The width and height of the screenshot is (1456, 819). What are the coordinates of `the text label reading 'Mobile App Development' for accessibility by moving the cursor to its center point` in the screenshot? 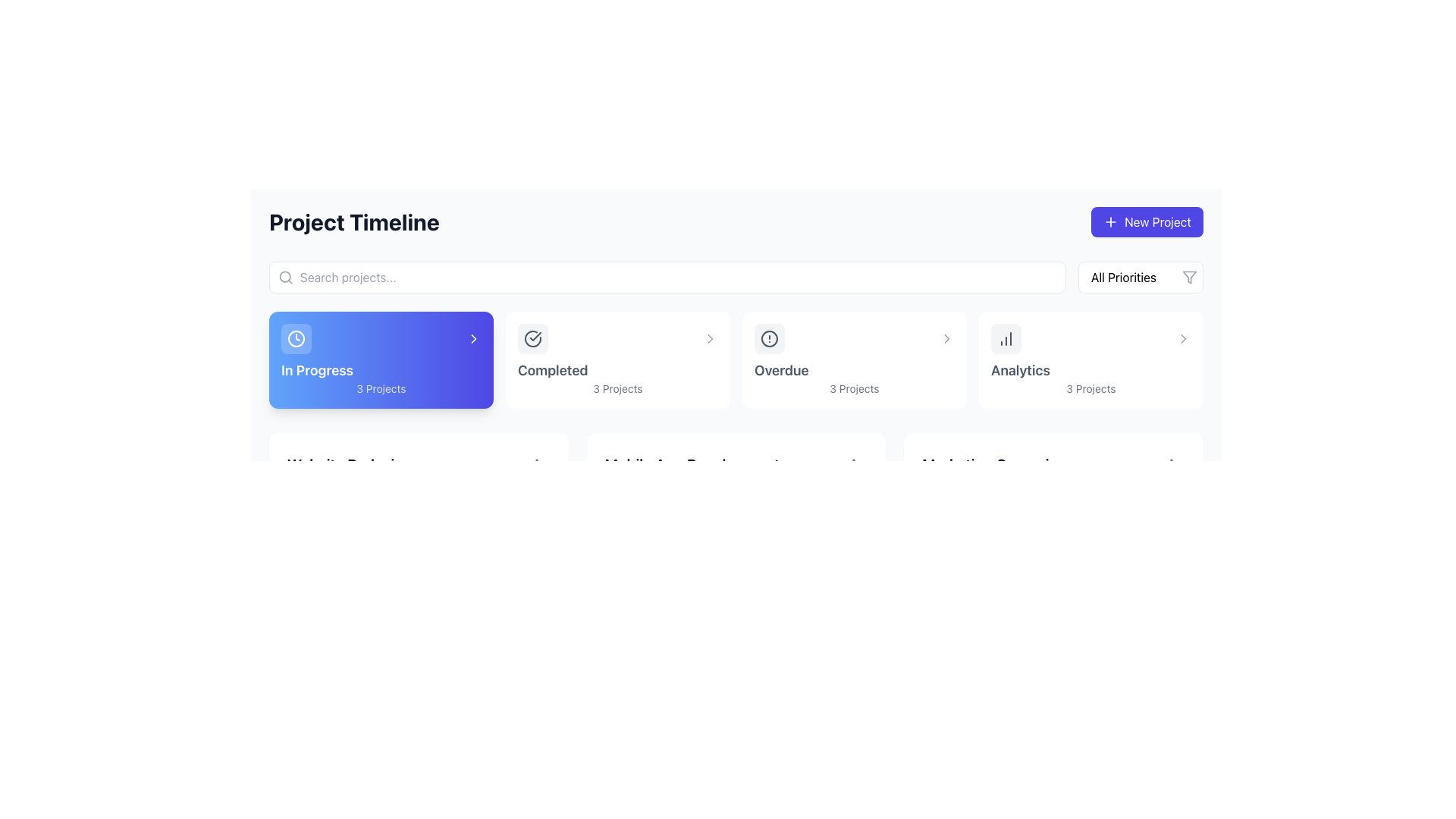 It's located at (736, 464).